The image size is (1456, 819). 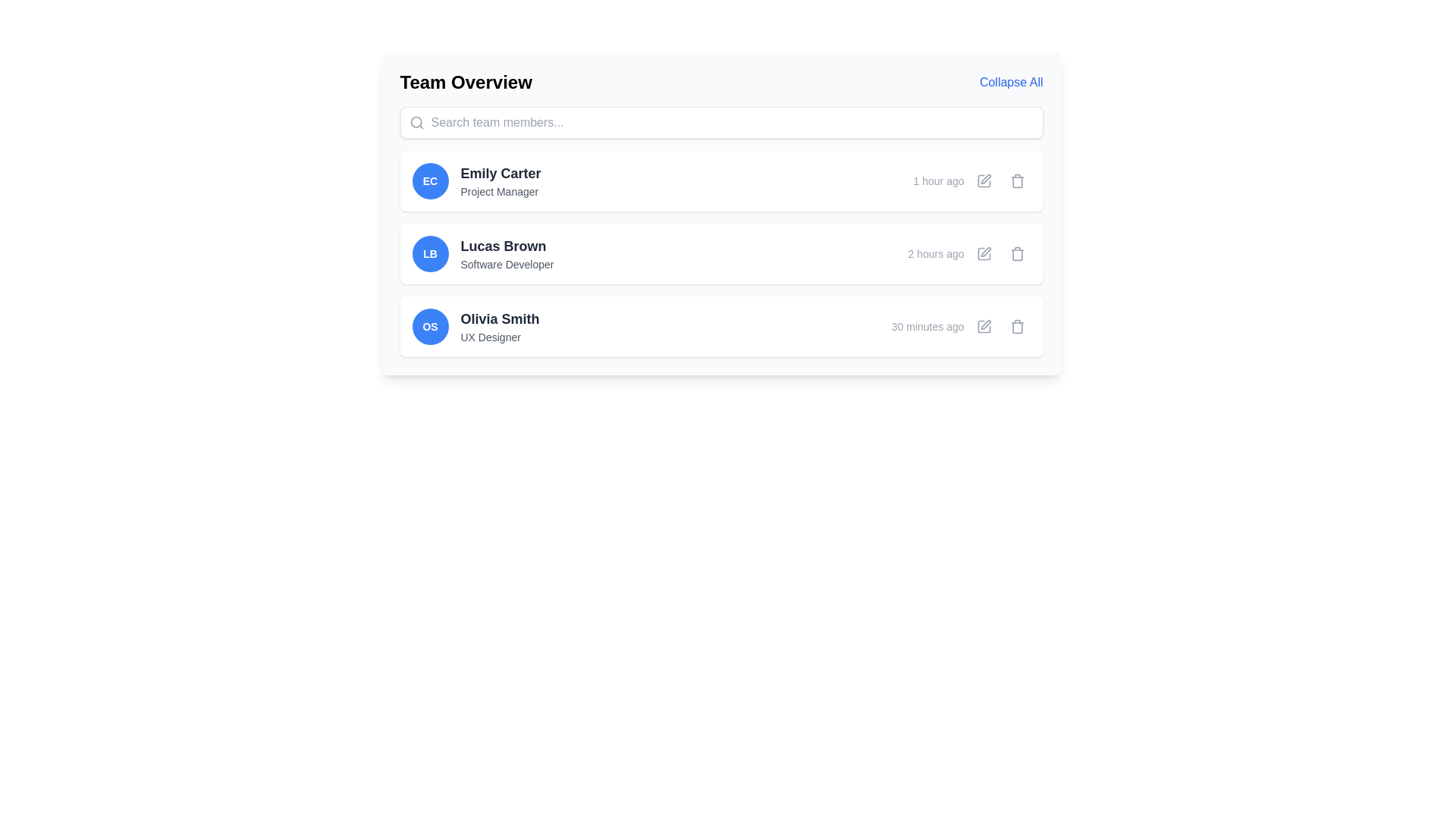 What do you see at coordinates (1017, 254) in the screenshot?
I see `the trash bin icon representing the body of the bin, associated with the 'Lucas Brown' row in the 'Team Overview' section` at bounding box center [1017, 254].